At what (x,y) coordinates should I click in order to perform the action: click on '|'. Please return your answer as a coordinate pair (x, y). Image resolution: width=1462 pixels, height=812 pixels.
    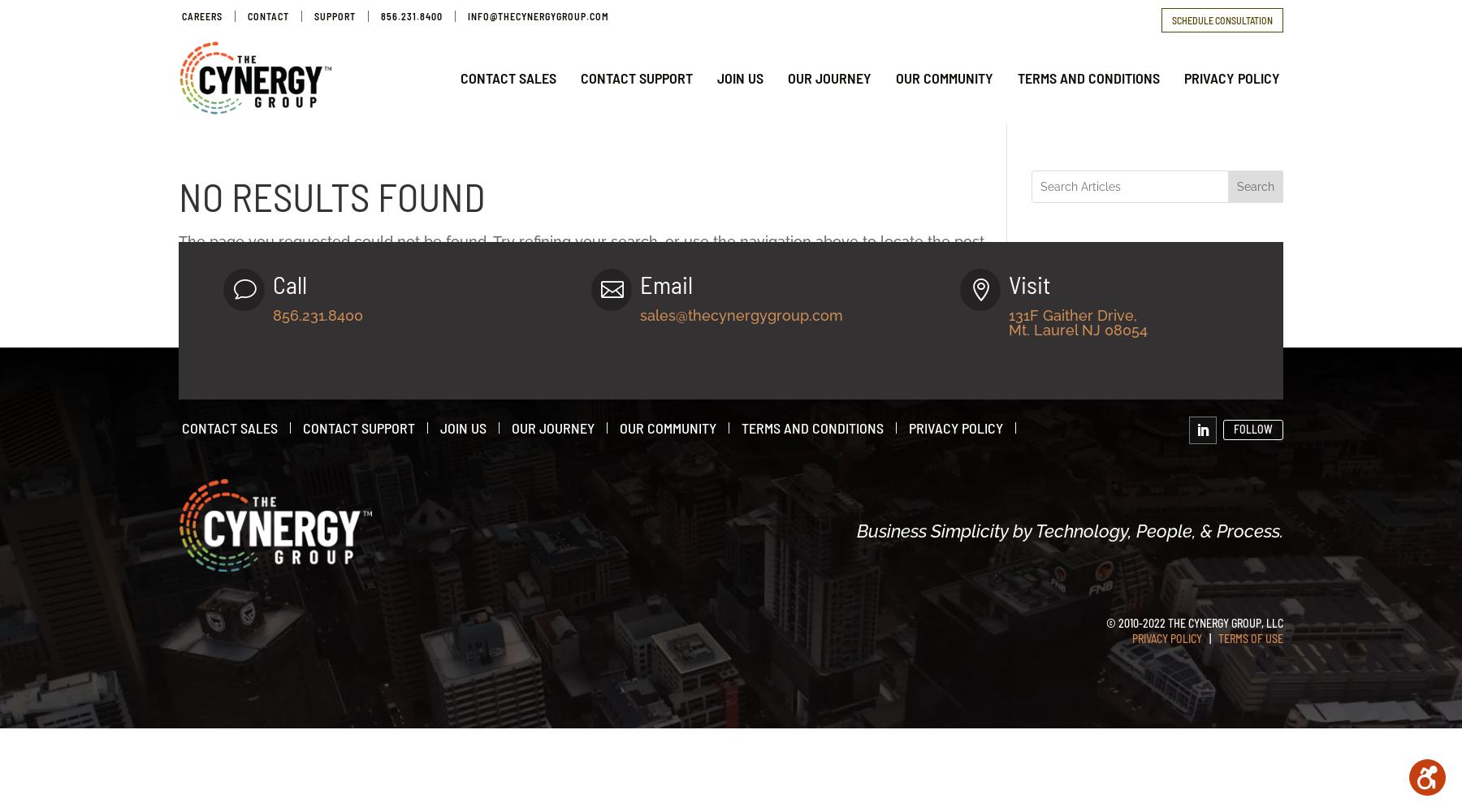
    Looking at the image, I should click on (1201, 638).